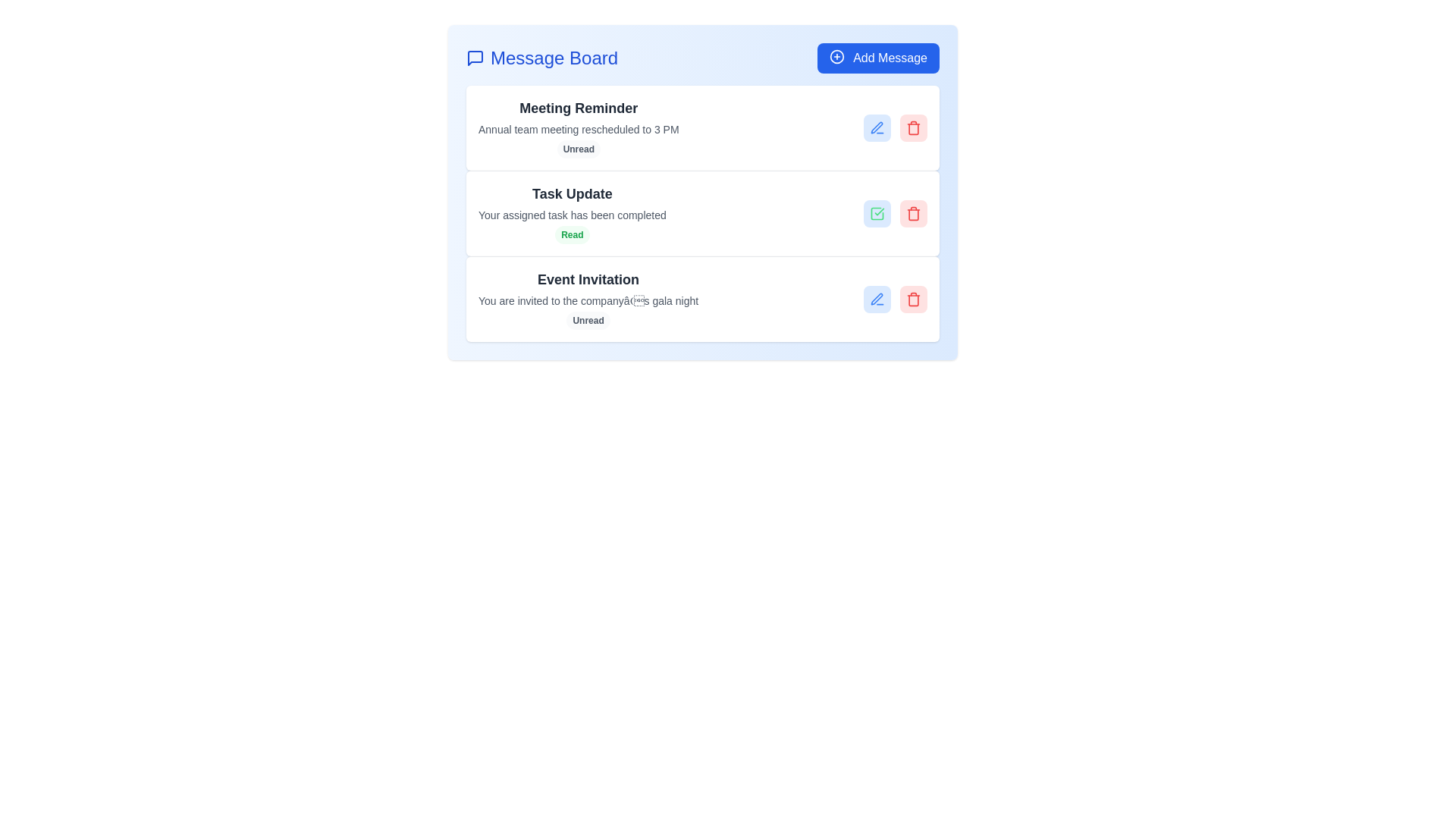 The height and width of the screenshot is (819, 1456). I want to click on the blue pen icon button located on the far right of the first item in the vertical list of entries, adjacent to the 'Meeting Reminder' title to initiate edit mode, so click(877, 127).